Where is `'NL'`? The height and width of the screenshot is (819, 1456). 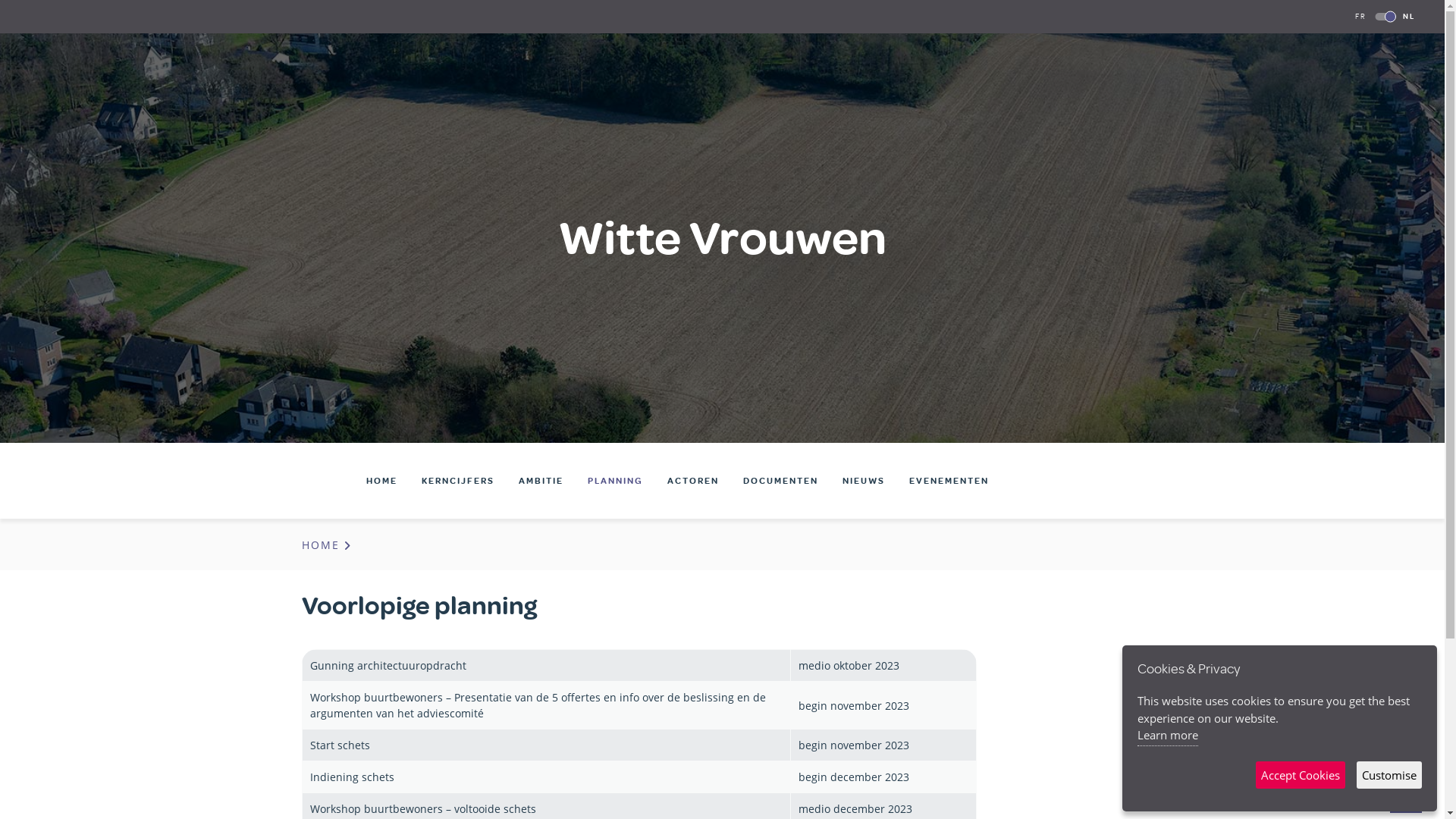 'NL' is located at coordinates (1407, 16).